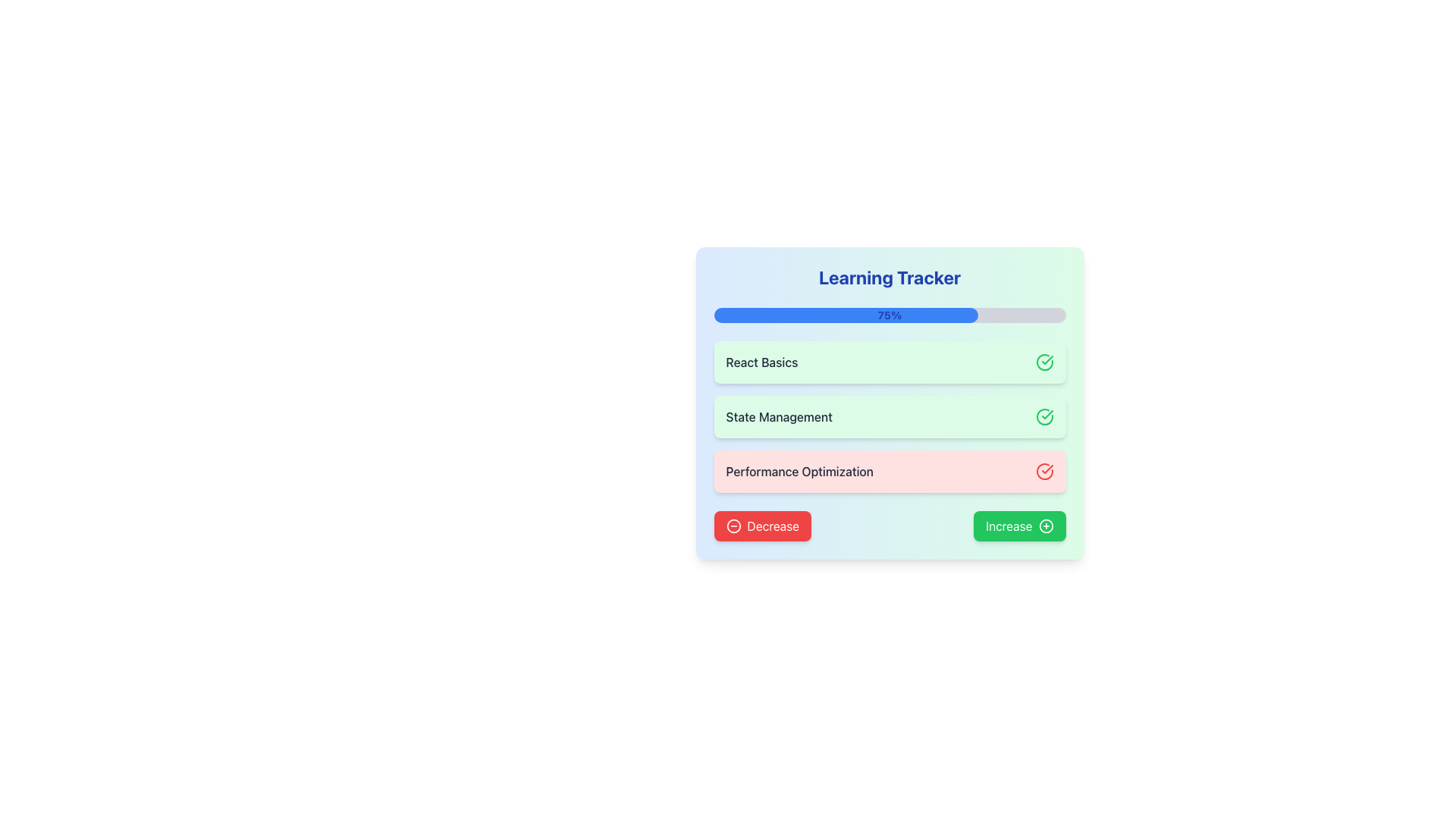 This screenshot has width=1456, height=819. What do you see at coordinates (779, 417) in the screenshot?
I see `text label titled 'State Management' which is located in a green-highlighted section, positioned between 'React Basics' and 'Performance Optimization'` at bounding box center [779, 417].